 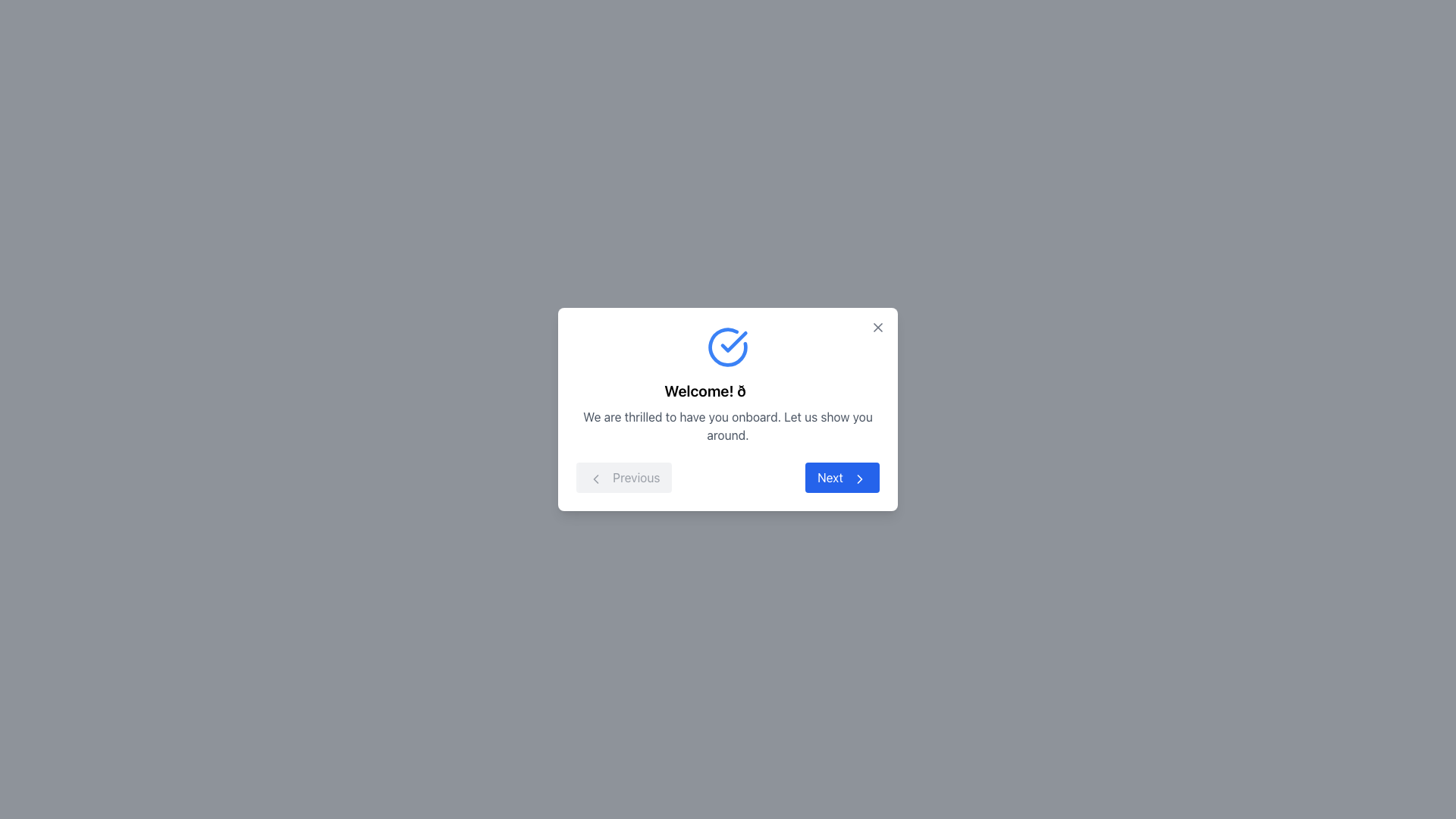 What do you see at coordinates (595, 479) in the screenshot?
I see `the 'Previous' button icon located in the bottom-left of the modal window, which indicates a backward navigation action` at bounding box center [595, 479].